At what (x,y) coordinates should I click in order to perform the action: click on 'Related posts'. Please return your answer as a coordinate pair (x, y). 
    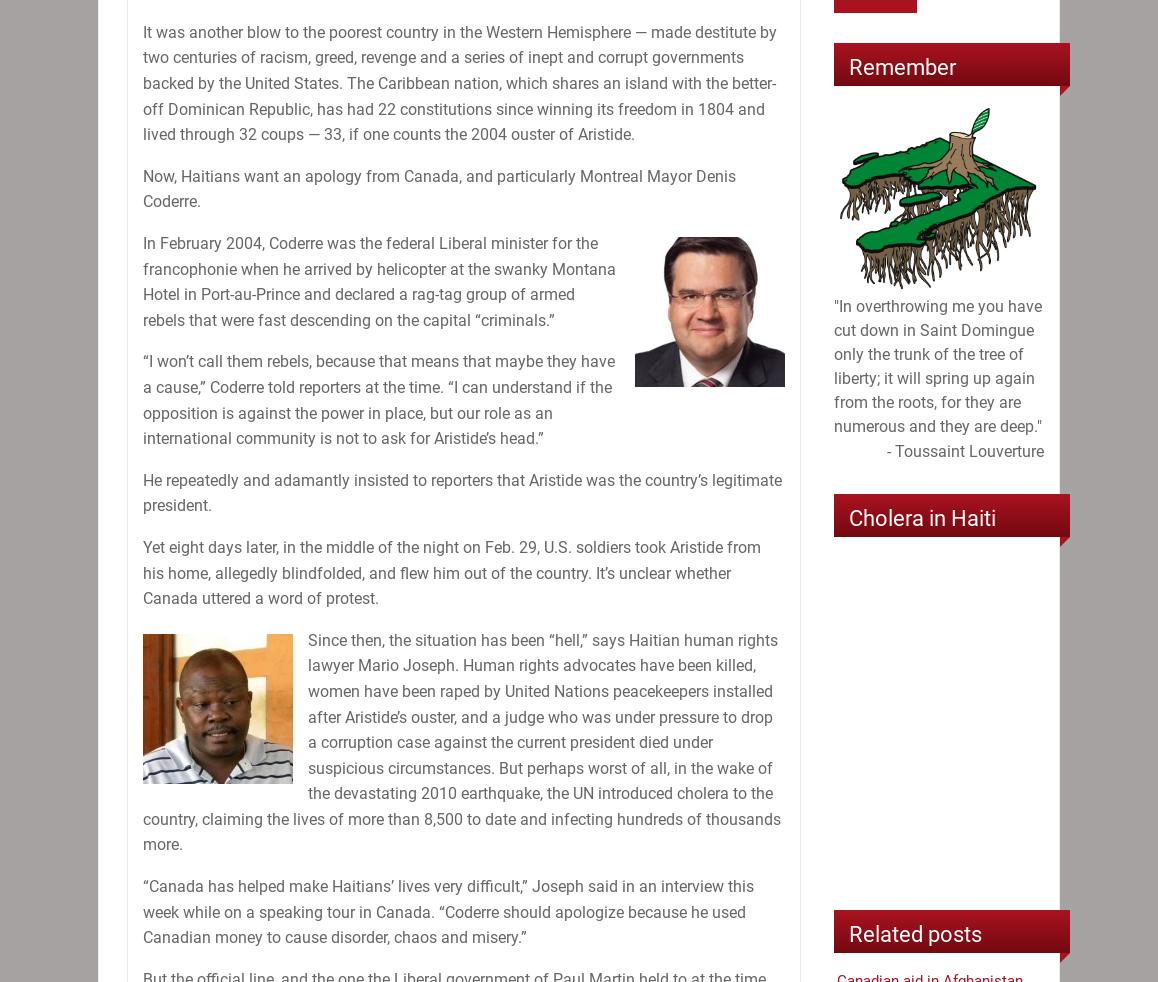
    Looking at the image, I should click on (915, 932).